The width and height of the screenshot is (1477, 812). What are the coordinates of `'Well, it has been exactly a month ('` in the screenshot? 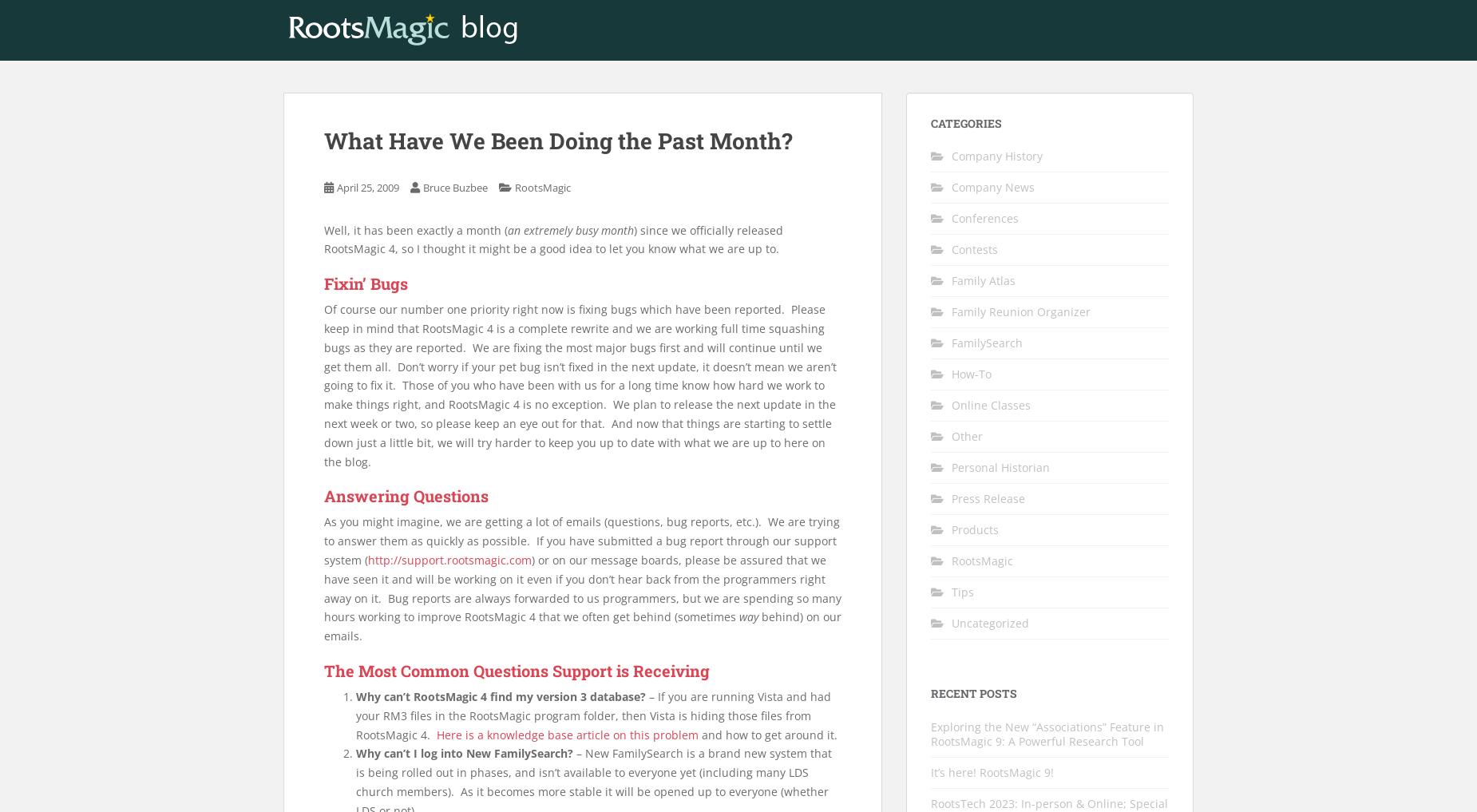 It's located at (415, 229).